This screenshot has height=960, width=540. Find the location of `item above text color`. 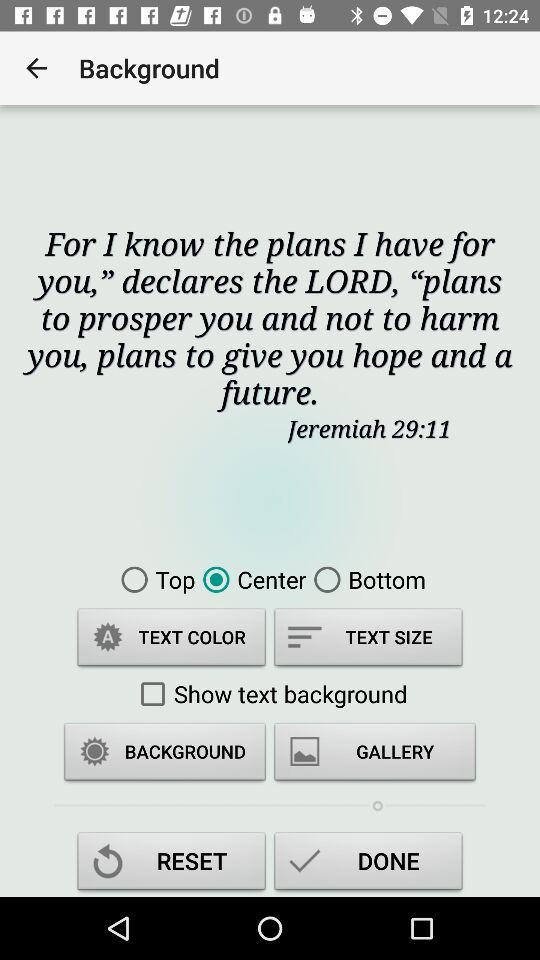

item above text color is located at coordinates (153, 579).